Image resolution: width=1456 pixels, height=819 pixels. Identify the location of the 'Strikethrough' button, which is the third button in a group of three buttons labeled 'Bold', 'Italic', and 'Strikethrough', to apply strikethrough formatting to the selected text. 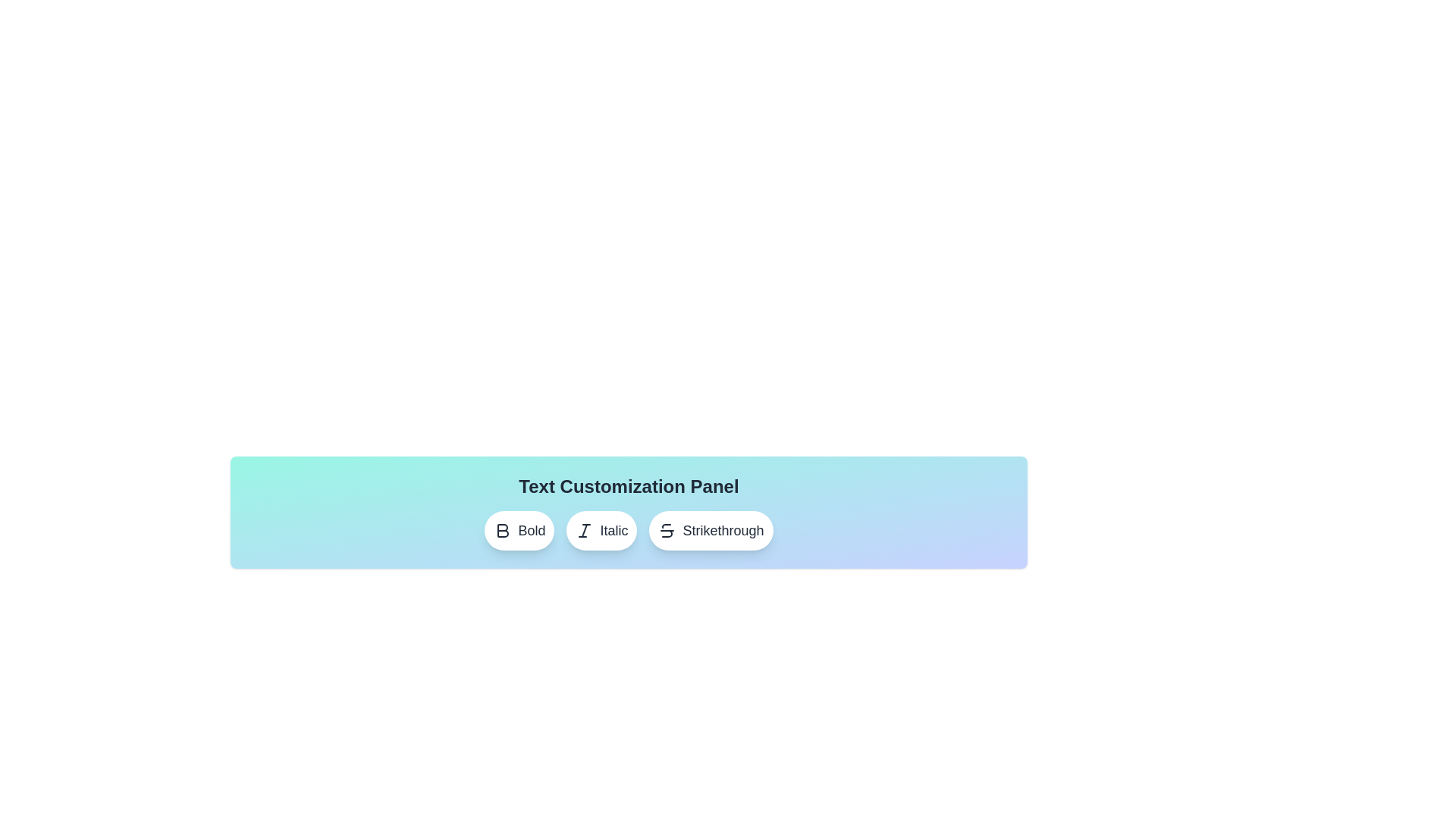
(711, 529).